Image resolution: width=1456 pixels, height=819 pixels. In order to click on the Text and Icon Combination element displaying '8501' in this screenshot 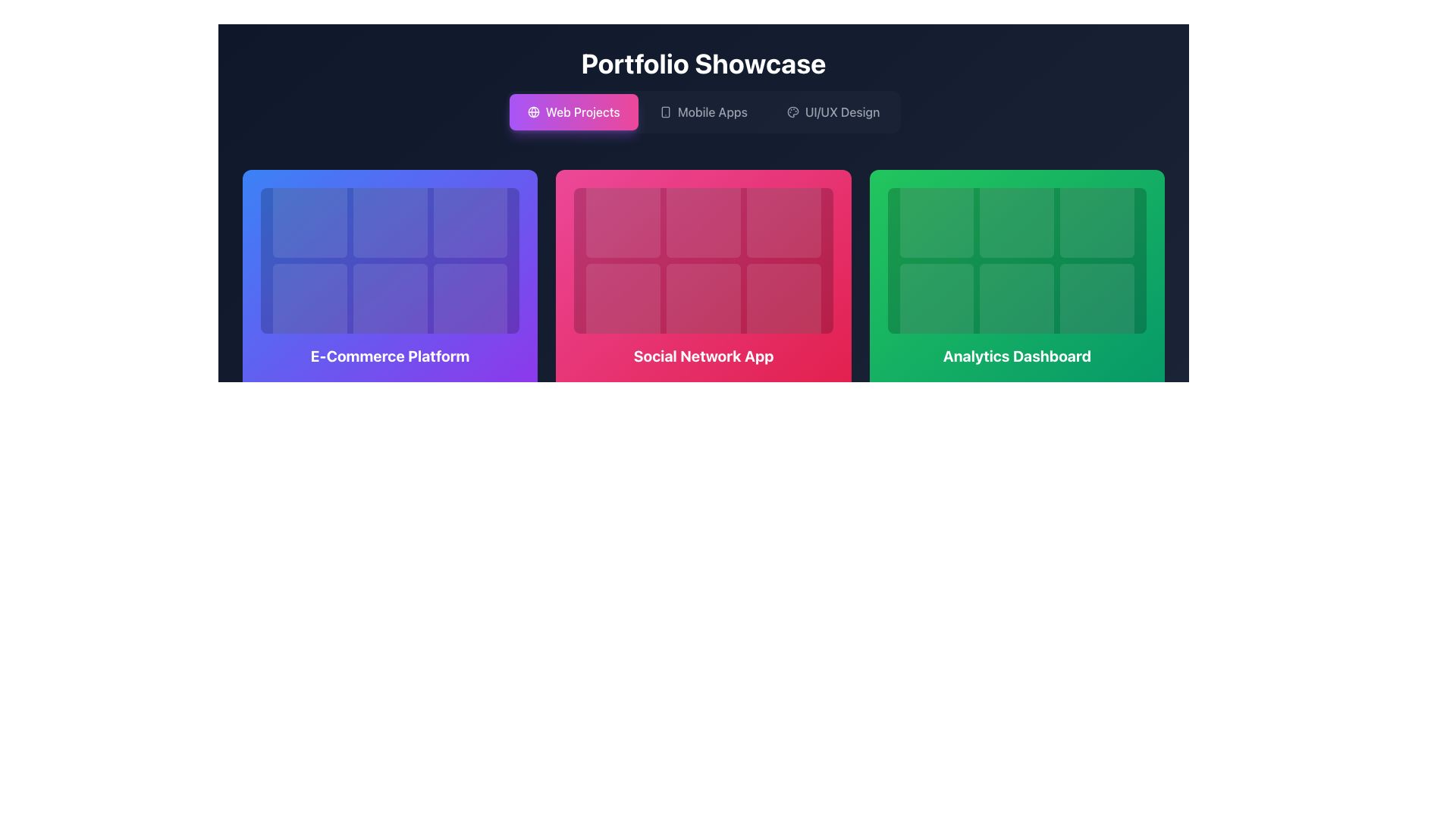, I will do `click(609, 388)`.